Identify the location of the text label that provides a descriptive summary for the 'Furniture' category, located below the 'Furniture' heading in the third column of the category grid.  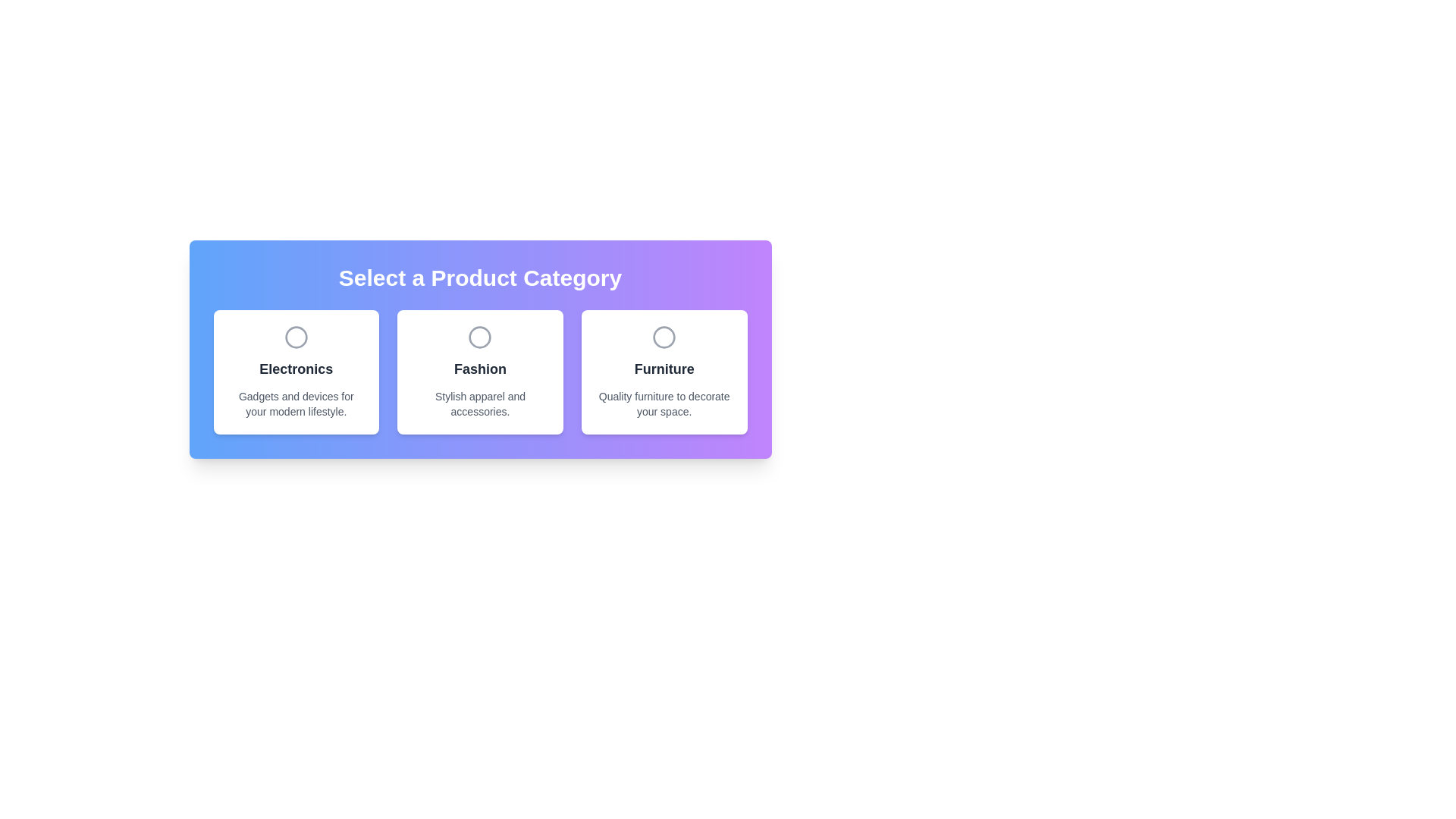
(664, 403).